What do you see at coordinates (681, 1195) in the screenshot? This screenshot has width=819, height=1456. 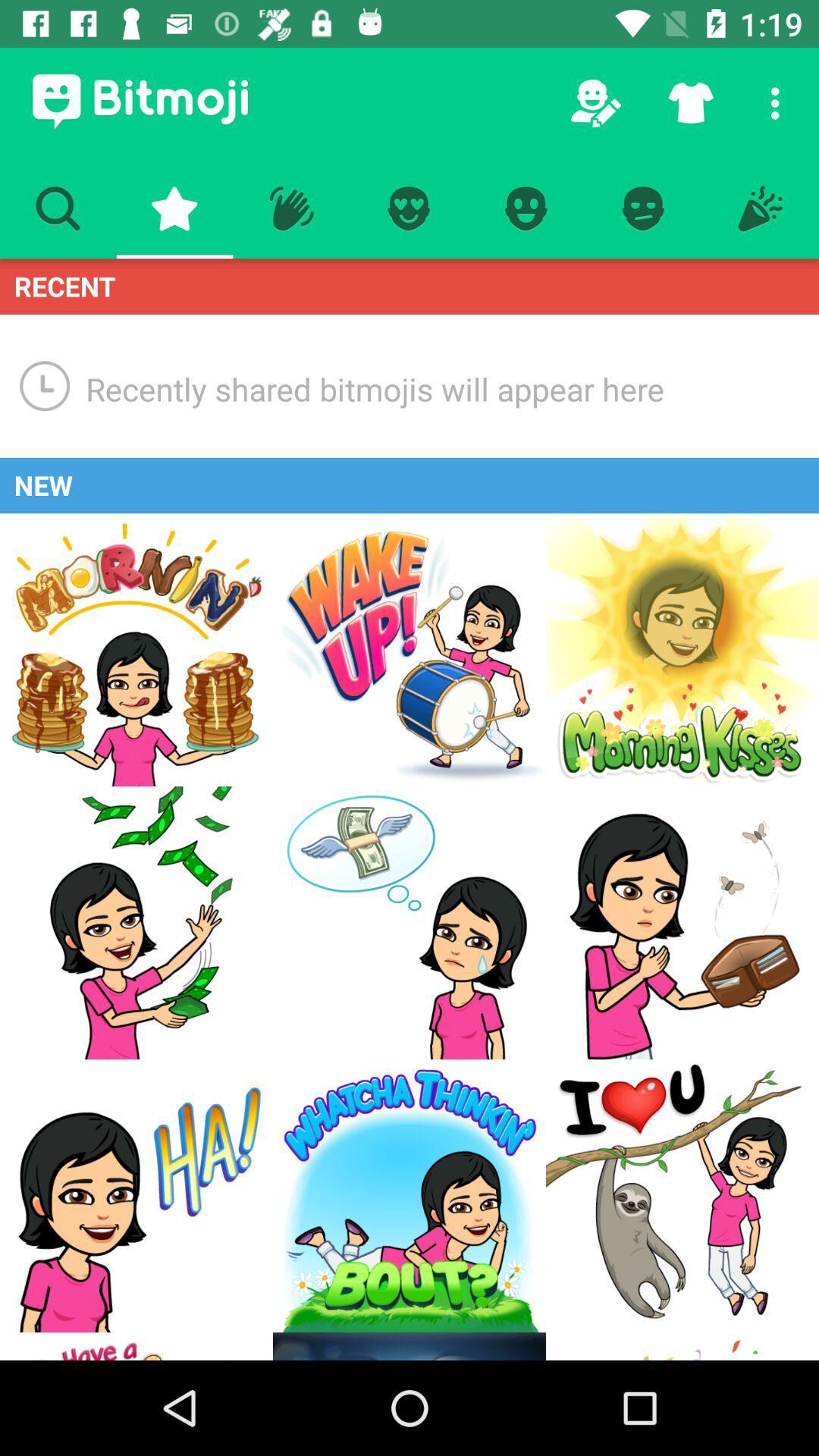 I see `a new option` at bounding box center [681, 1195].